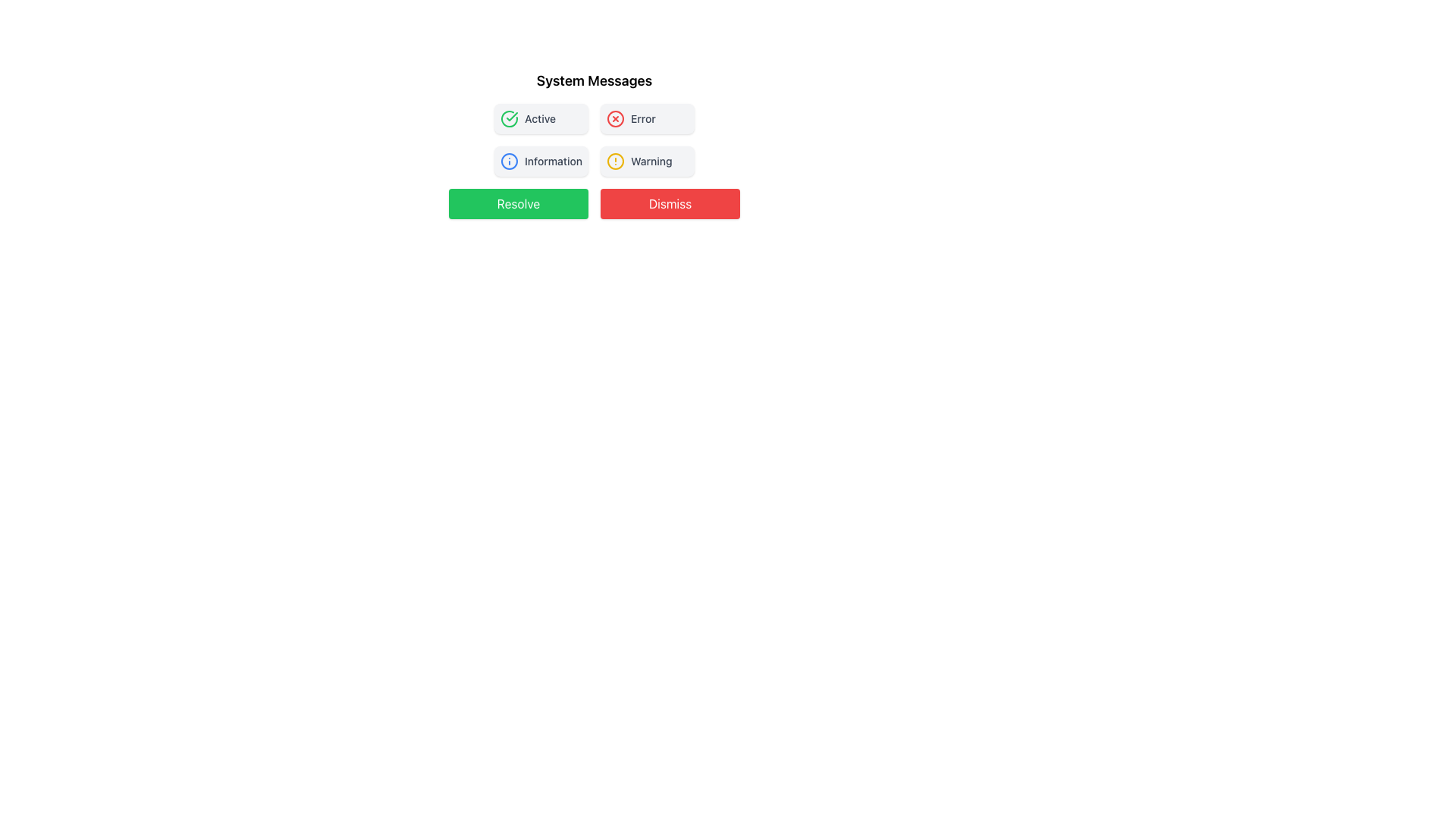  I want to click on the 'Active' status indicator icon, which is located to the left of the text label 'Active', so click(510, 118).